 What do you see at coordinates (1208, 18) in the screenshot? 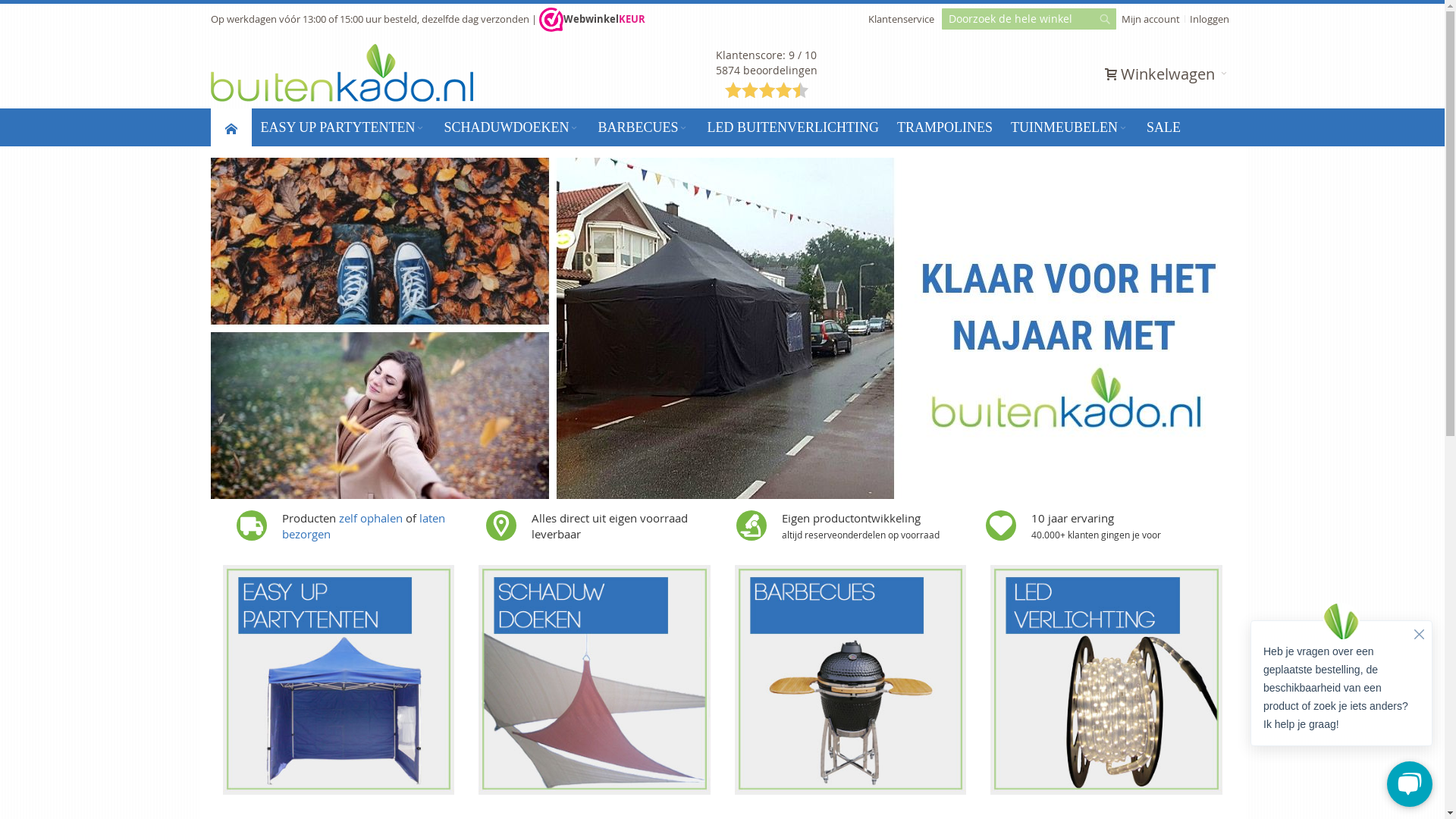
I see `'Inloggen'` at bounding box center [1208, 18].